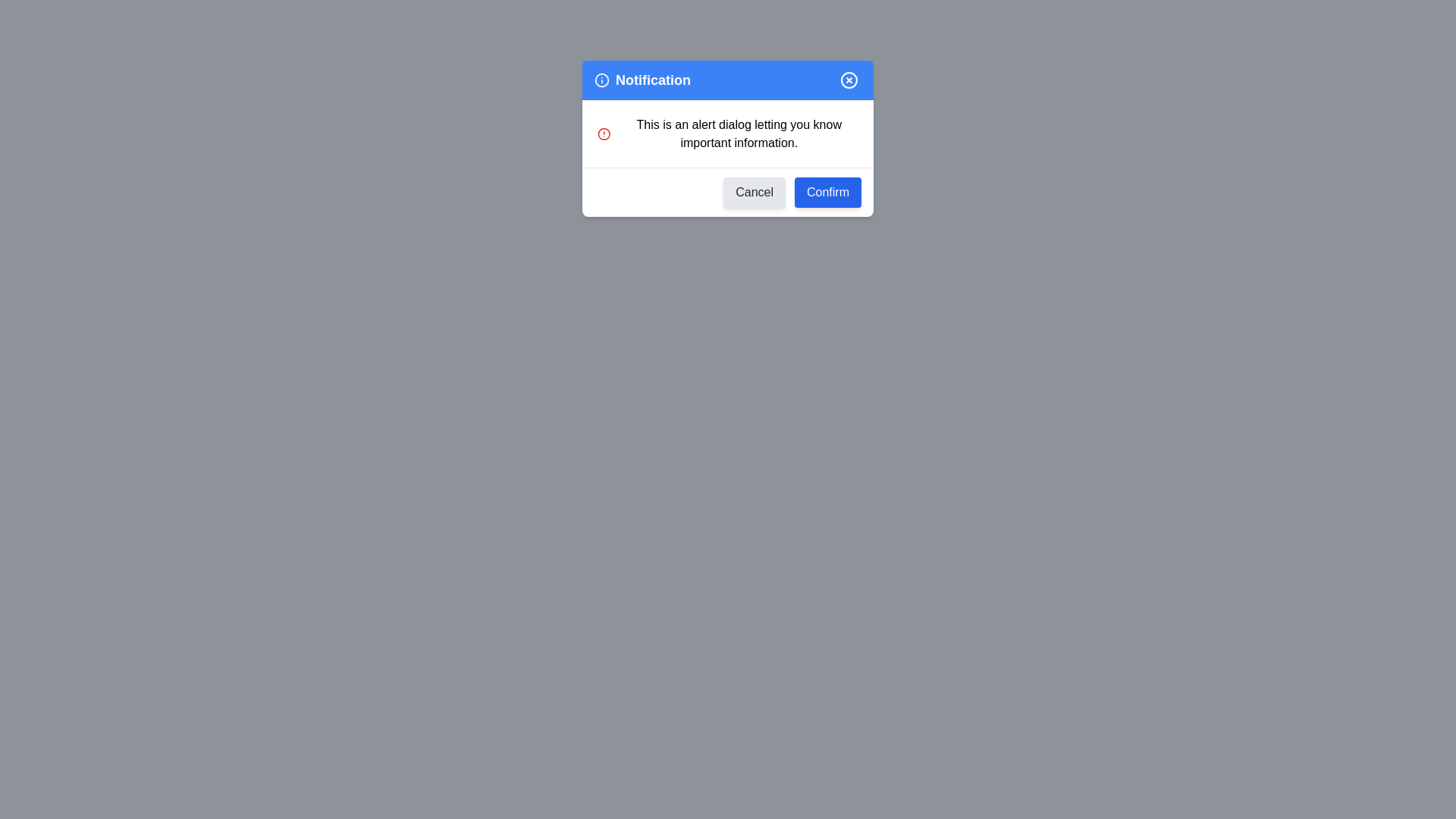  Describe the element at coordinates (848, 80) in the screenshot. I see `the decorative circle element of the close button in the notification dialog box` at that location.